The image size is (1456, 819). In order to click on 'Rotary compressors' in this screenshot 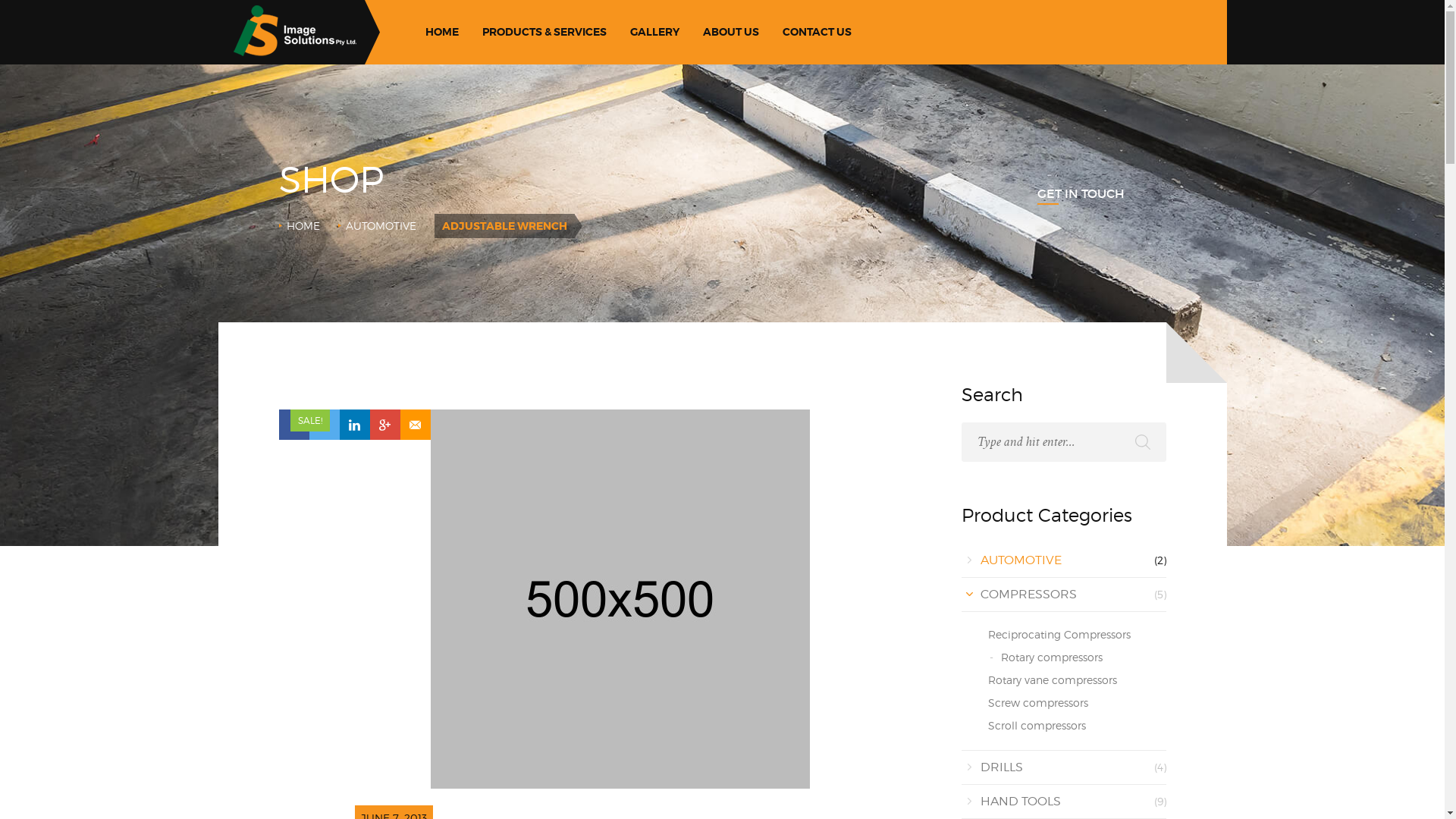, I will do `click(1051, 656)`.